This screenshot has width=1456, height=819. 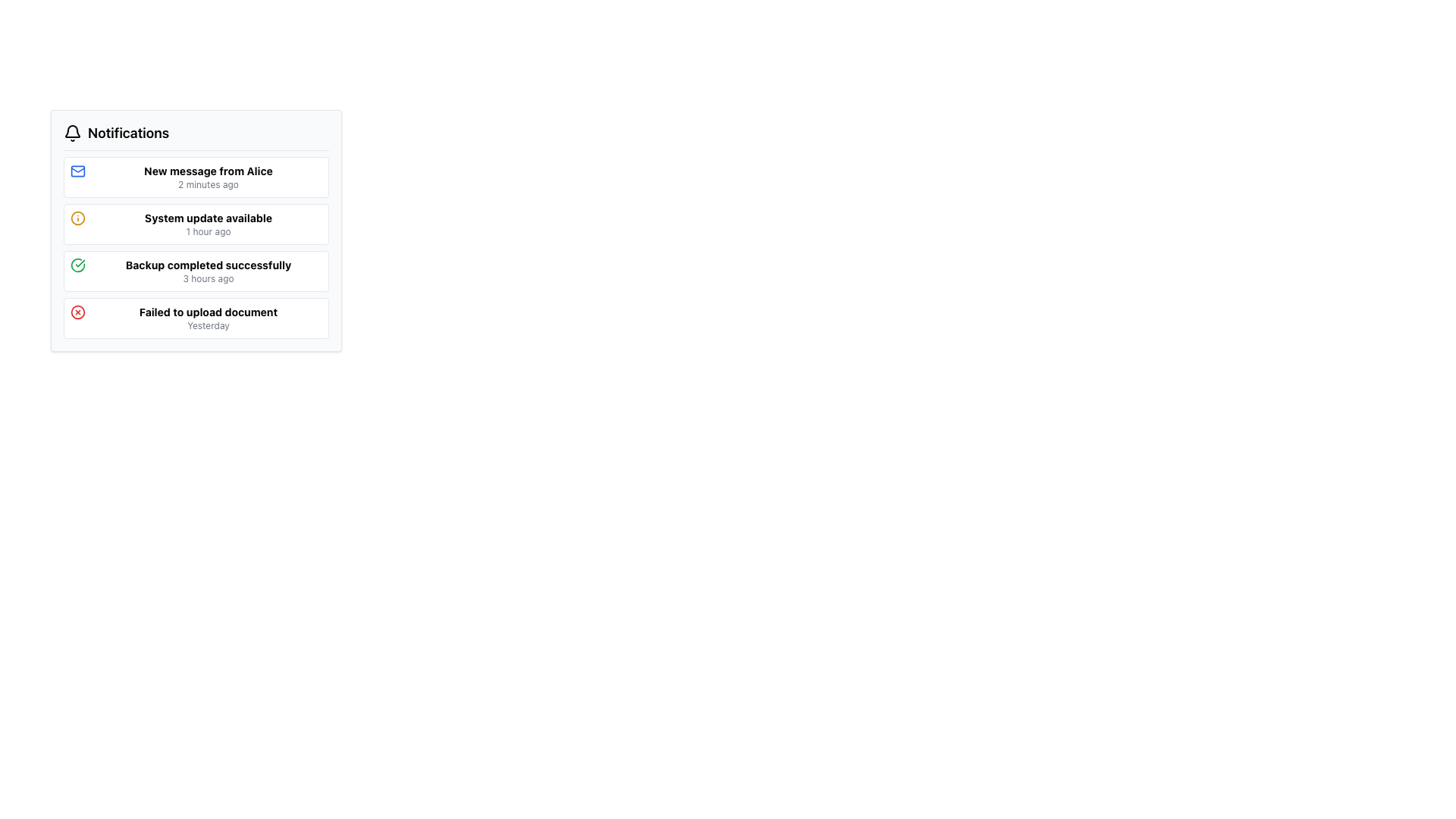 What do you see at coordinates (207, 278) in the screenshot?
I see `the text label displaying '3 hours ago' located in the notification panel under 'Backup completed successfully.'` at bounding box center [207, 278].